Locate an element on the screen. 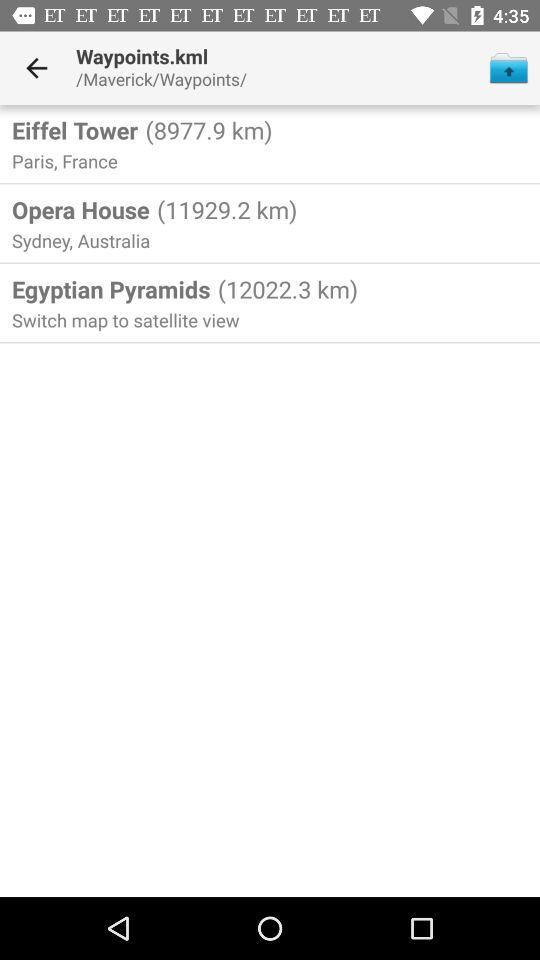  the  (11929.2 km) icon is located at coordinates (223, 209).